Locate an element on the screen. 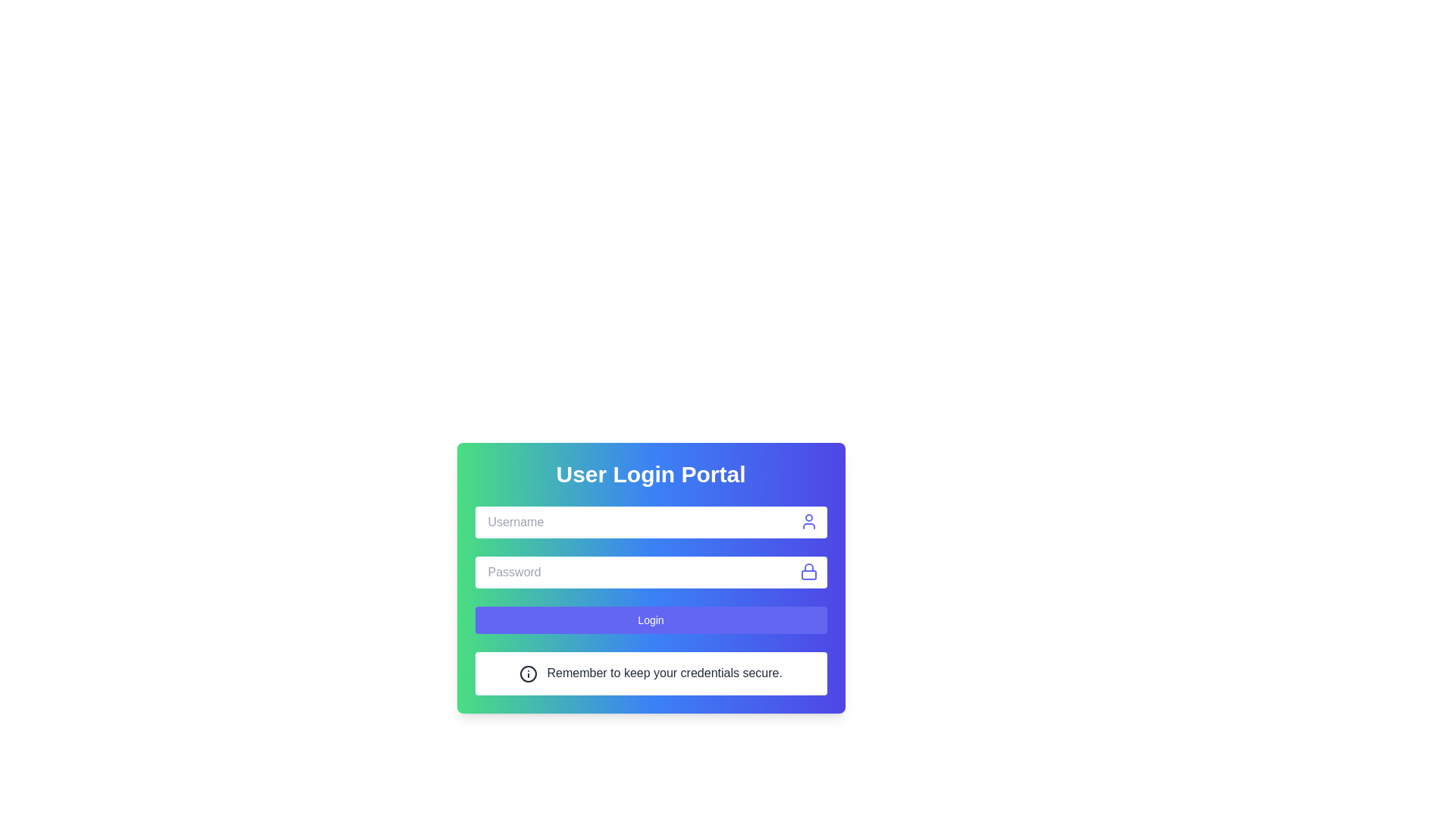  the 'Login' button, which is a rounded rectangular button with a vibrant indigo background that darkens on hover, located below the 'Password' field in the login interface is located at coordinates (651, 620).